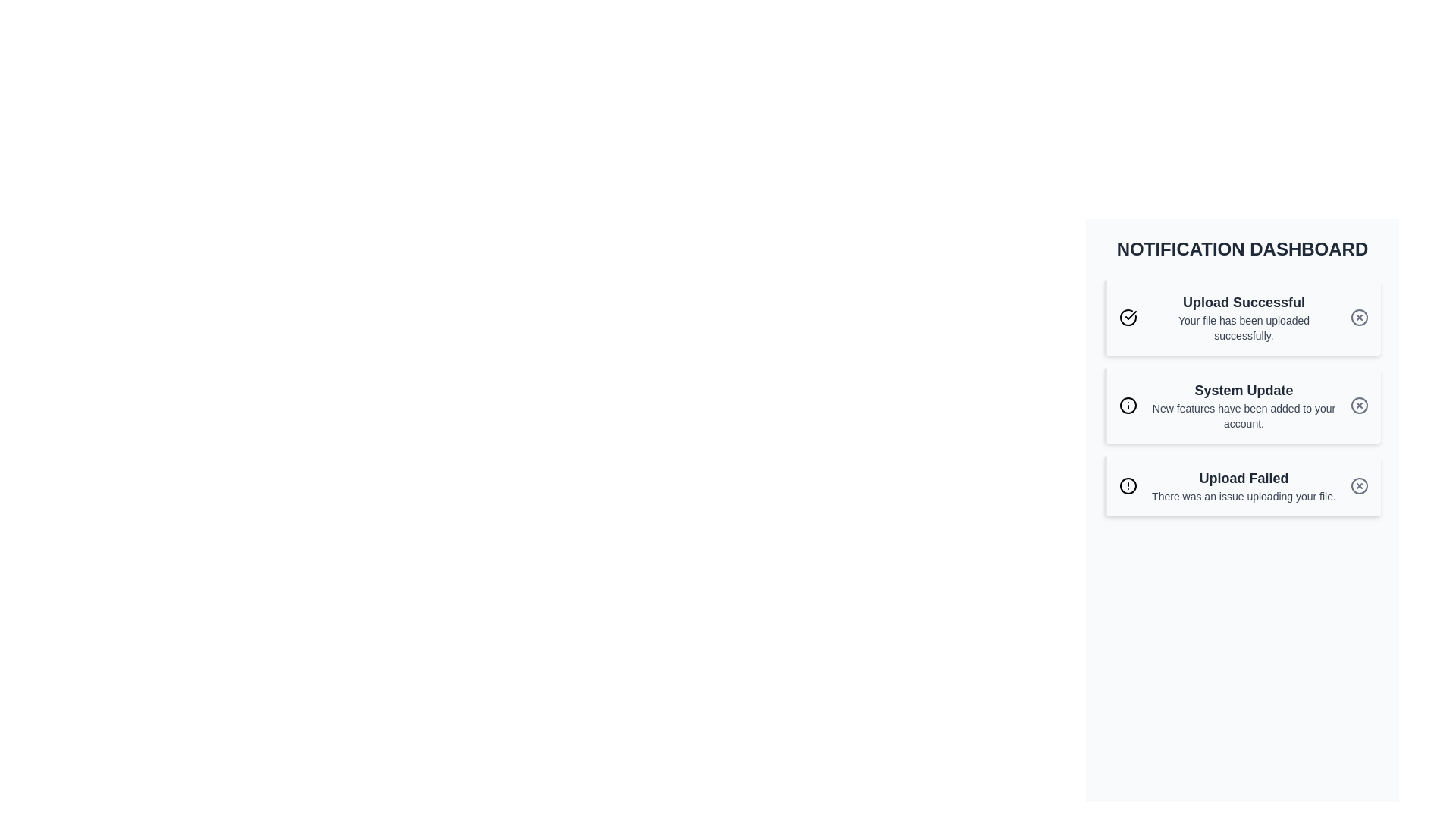  What do you see at coordinates (1242, 397) in the screenshot?
I see `the Informational Notification block titled 'System Update' with the message 'New features have been added to your account.'` at bounding box center [1242, 397].